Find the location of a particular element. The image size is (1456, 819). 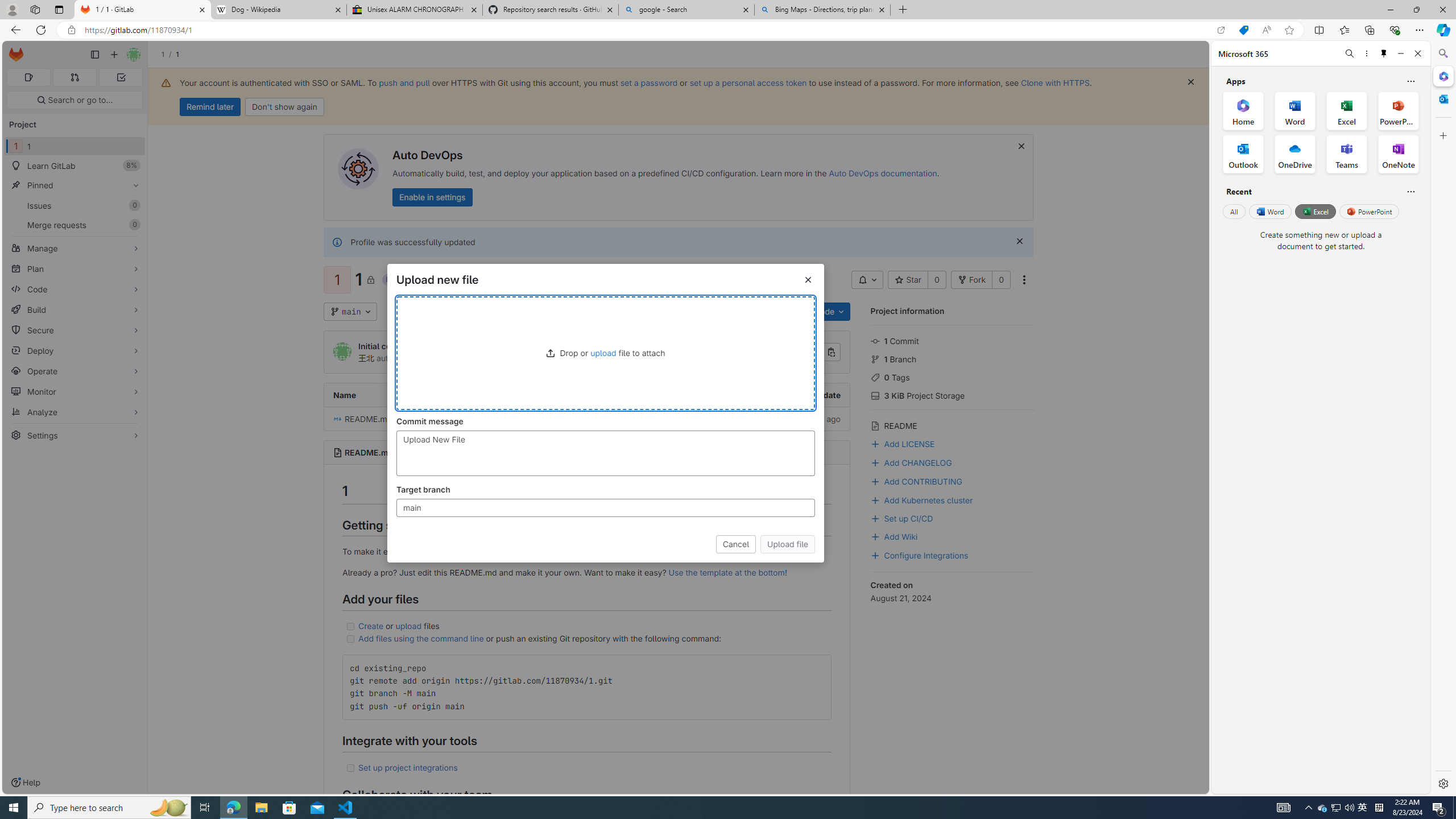

'Copy commit SHA' is located at coordinates (830, 351).